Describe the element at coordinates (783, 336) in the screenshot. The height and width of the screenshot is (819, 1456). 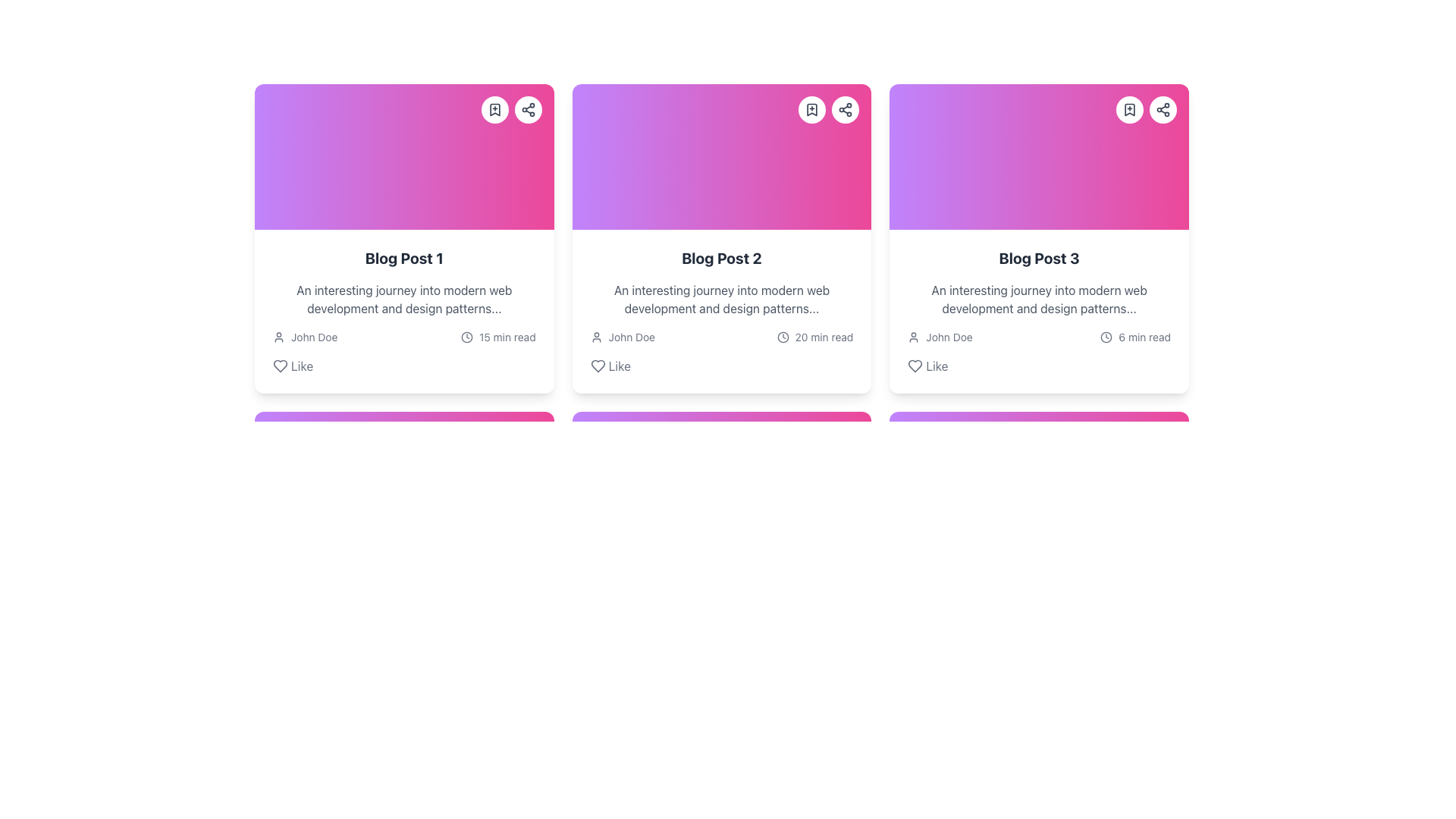
I see `the time icon located before the text '20 min read' in the footer of the 'Blog Post 2' card, depending on its interactivity` at that location.